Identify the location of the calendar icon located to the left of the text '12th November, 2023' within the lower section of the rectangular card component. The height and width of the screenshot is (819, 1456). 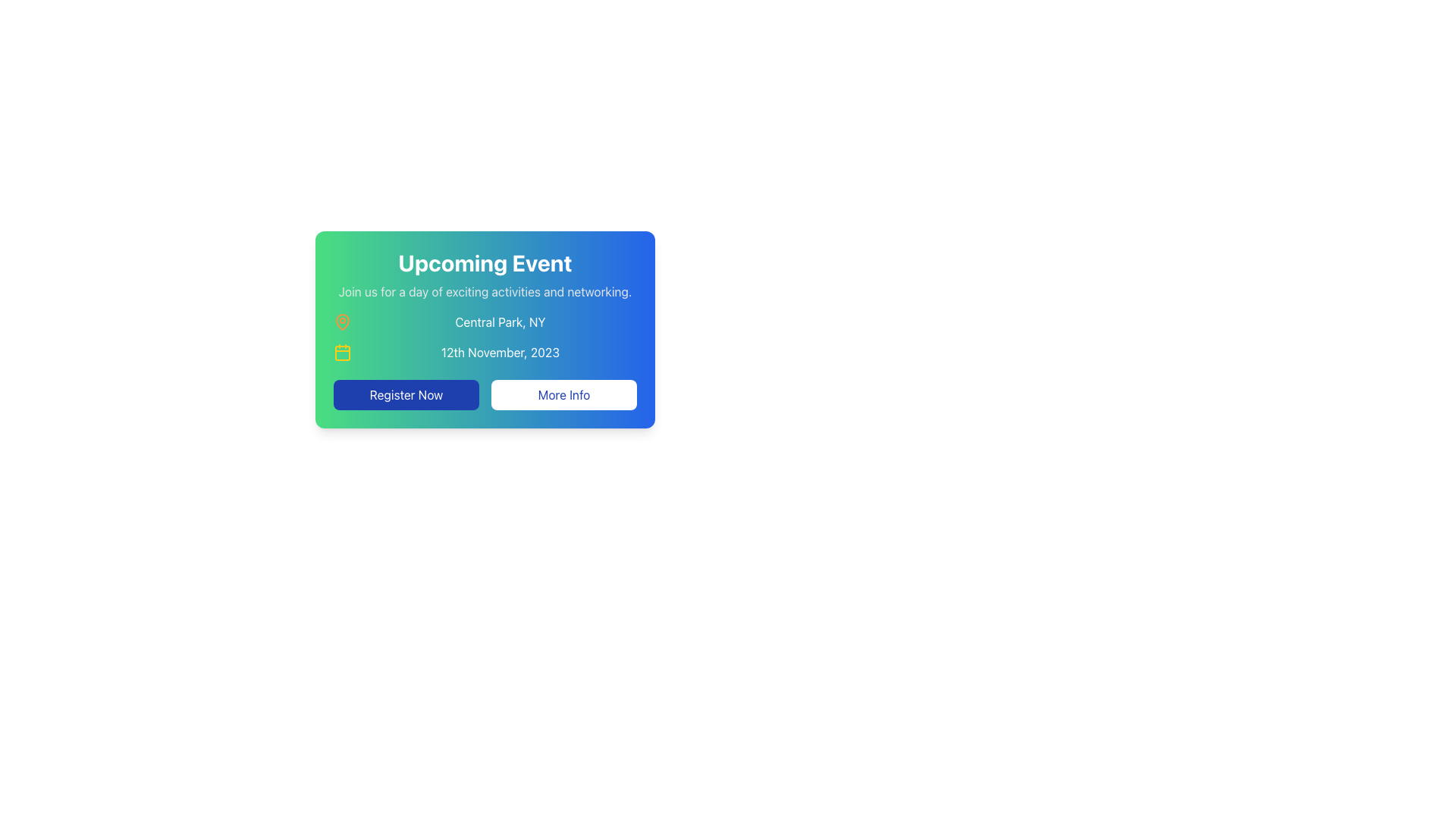
(341, 353).